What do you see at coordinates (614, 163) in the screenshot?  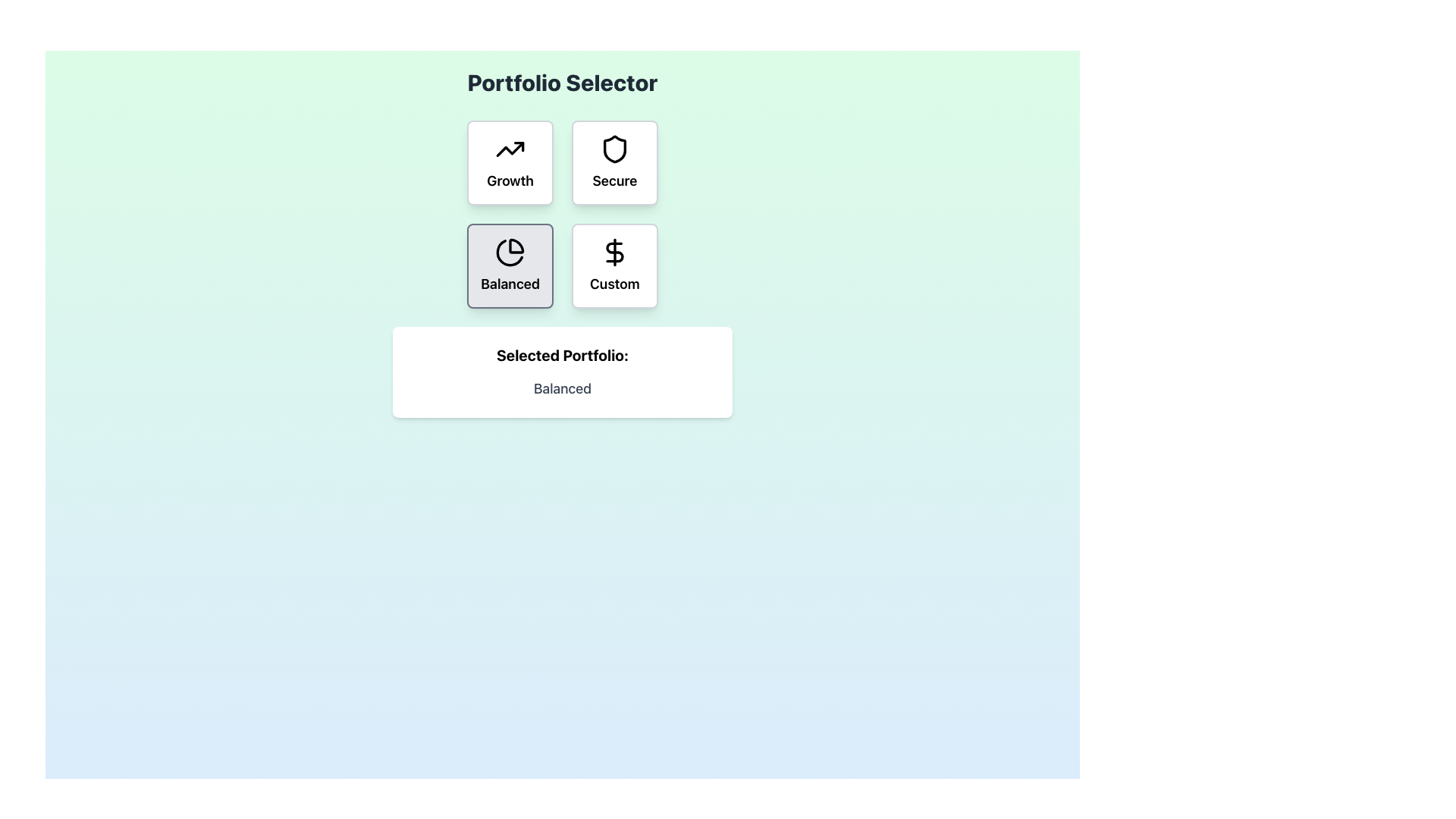 I see `the rectangular button with rounded corners containing a shield icon and the text 'Secure'` at bounding box center [614, 163].